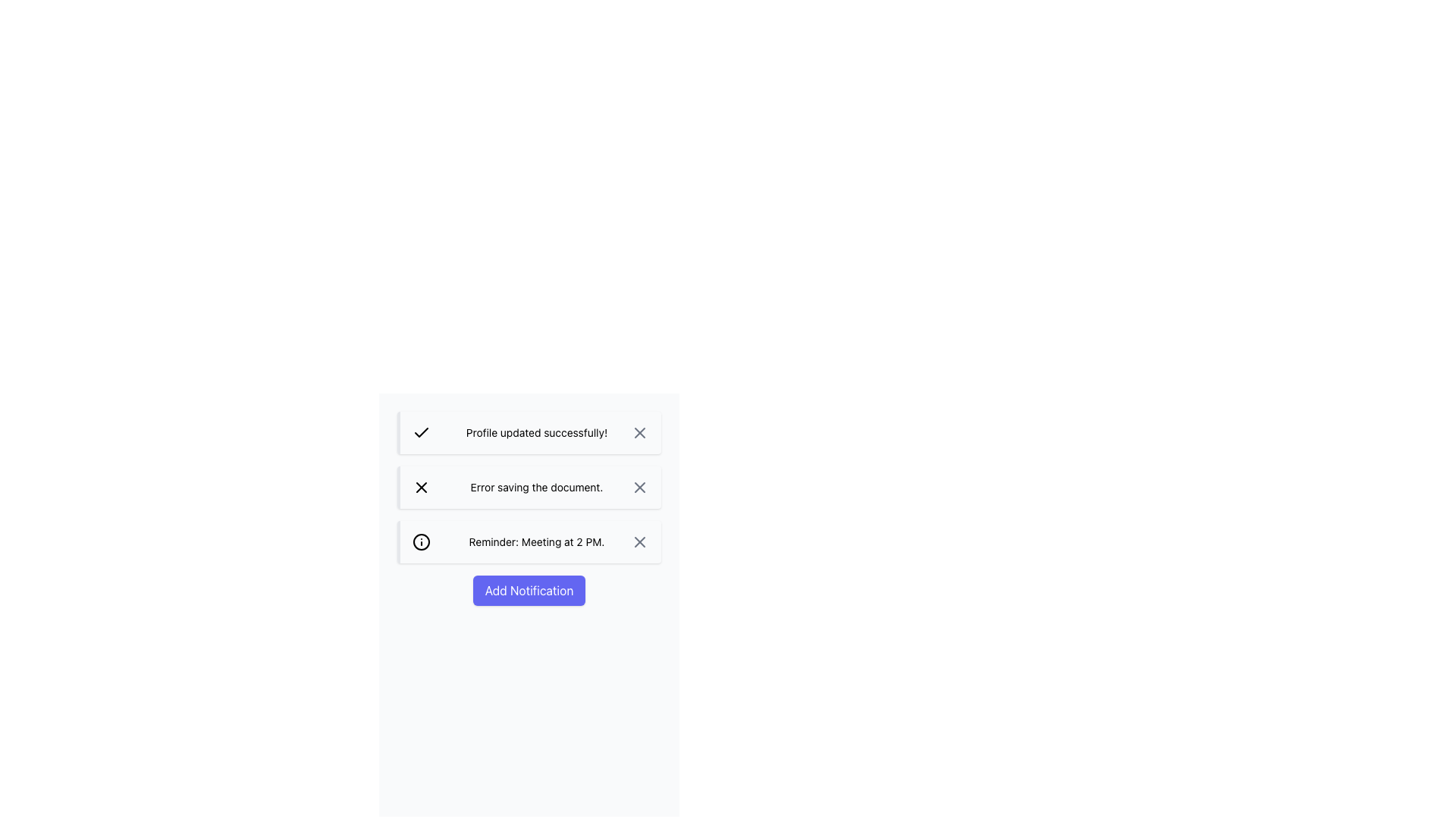  I want to click on the circular informational icon located on the left side of the notification card displaying 'Reminder: Meeting at 2 PM.', so click(422, 541).